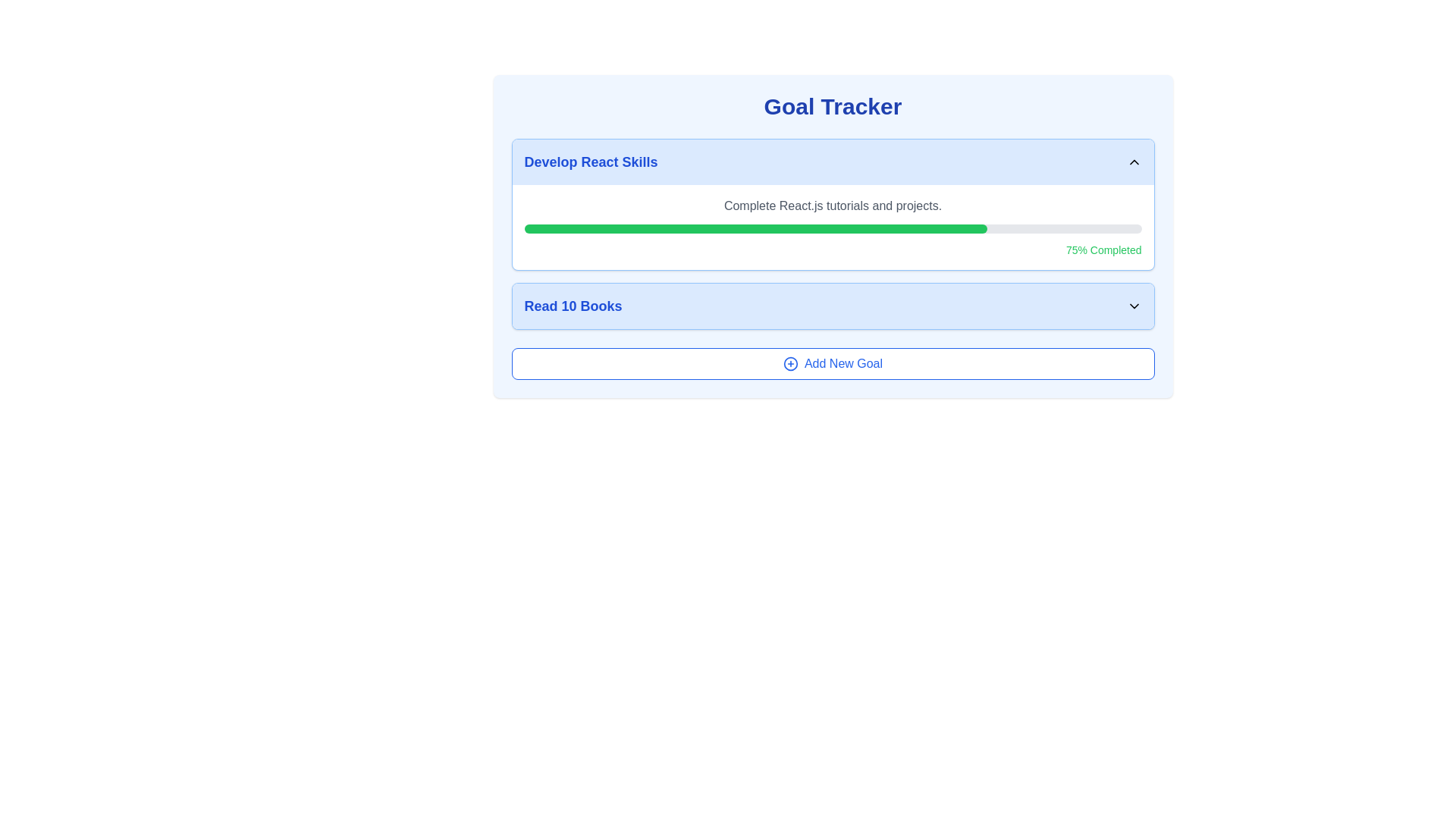 The image size is (1456, 819). I want to click on the filled portion of the progress bar that indicates 75% completion, located below the 'Complete React.js tutorials and projects.' text in the 'Develop React Skills' section of the 'Goal Tracker.', so click(755, 228).